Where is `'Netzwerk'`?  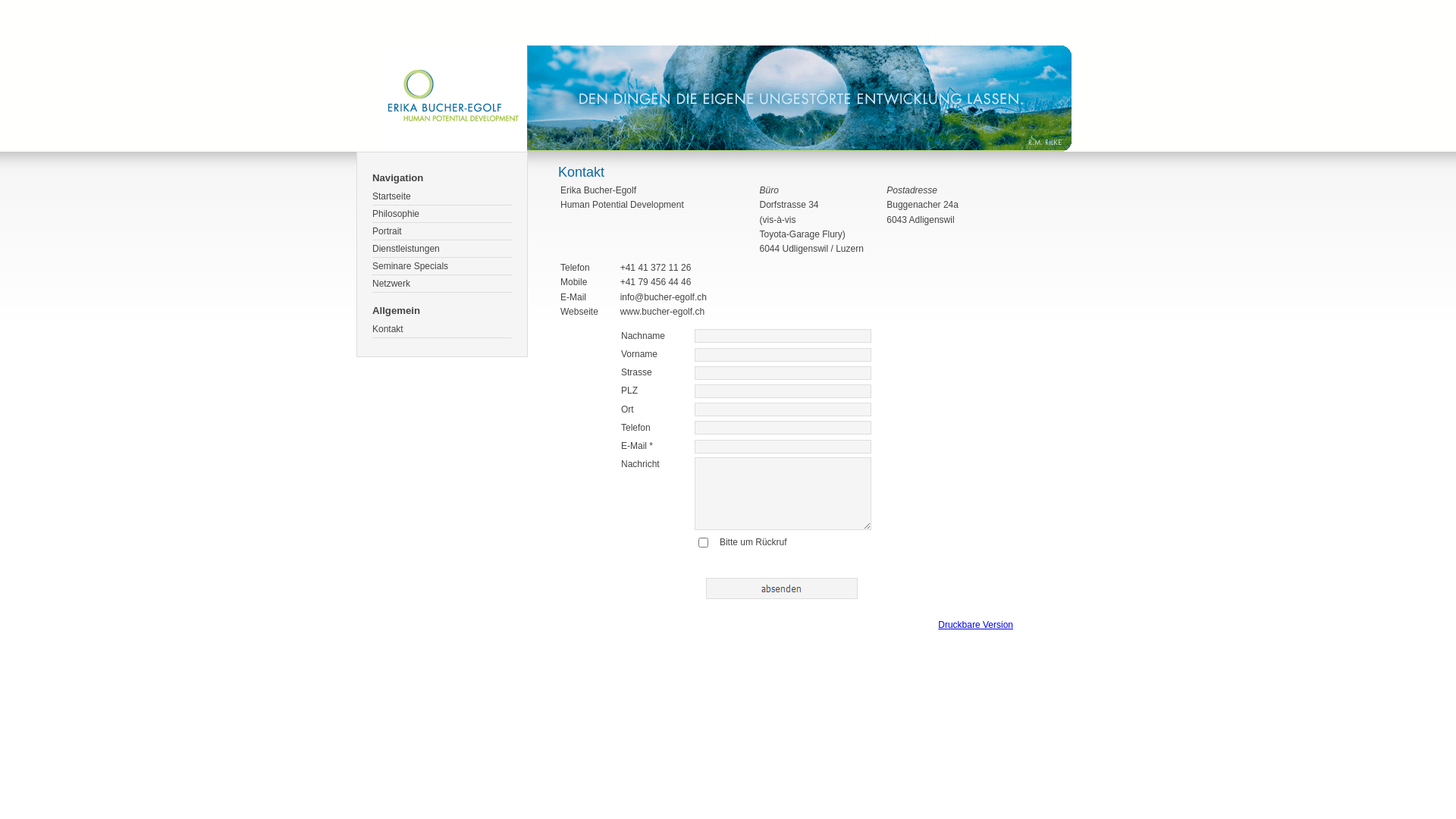 'Netzwerk' is located at coordinates (441, 284).